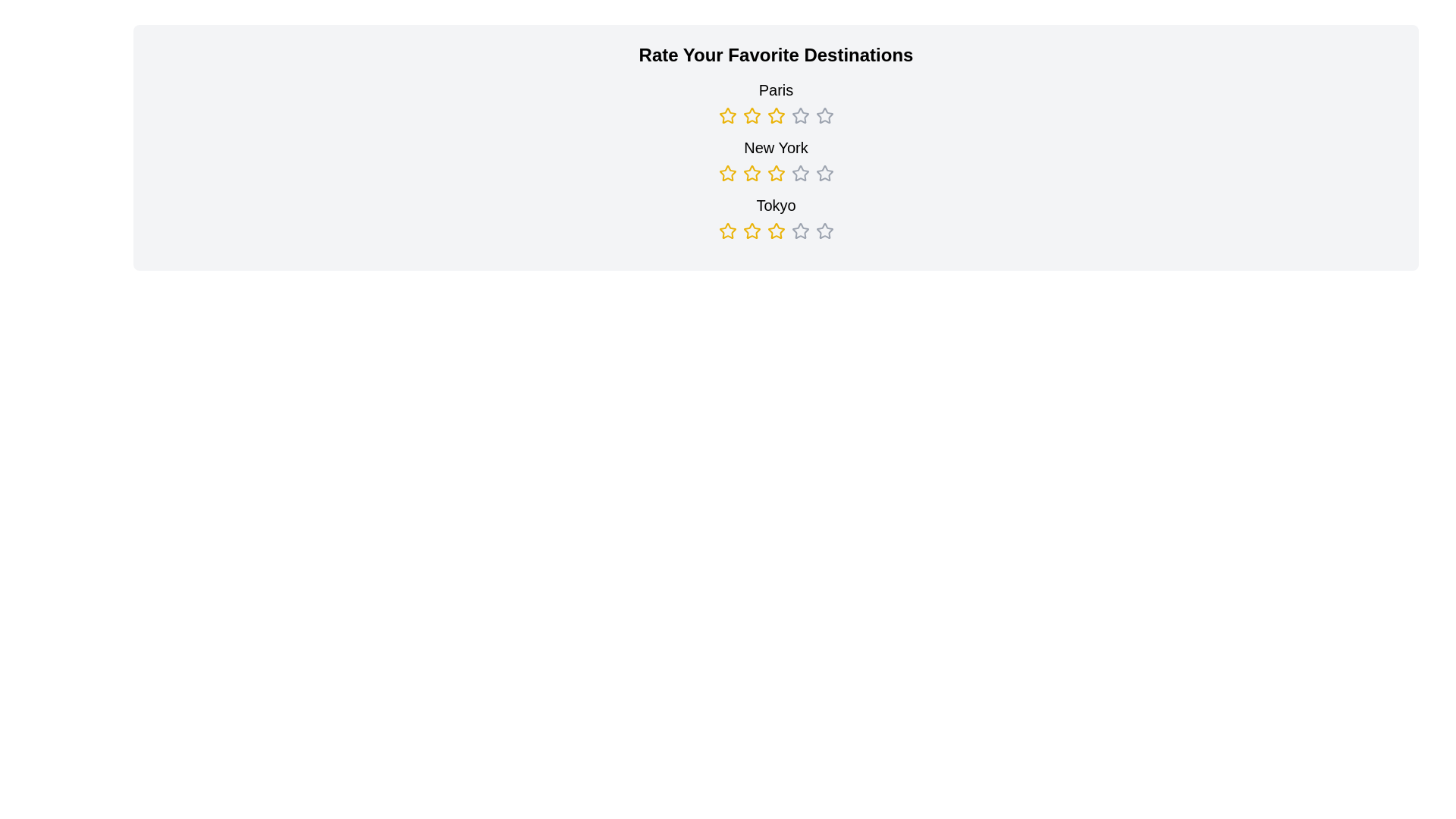 The width and height of the screenshot is (1456, 819). What do you see at coordinates (752, 172) in the screenshot?
I see `the active yellow star icon for rating in the 'Rate Your Favorite Destinations' section under the 'New York' label` at bounding box center [752, 172].